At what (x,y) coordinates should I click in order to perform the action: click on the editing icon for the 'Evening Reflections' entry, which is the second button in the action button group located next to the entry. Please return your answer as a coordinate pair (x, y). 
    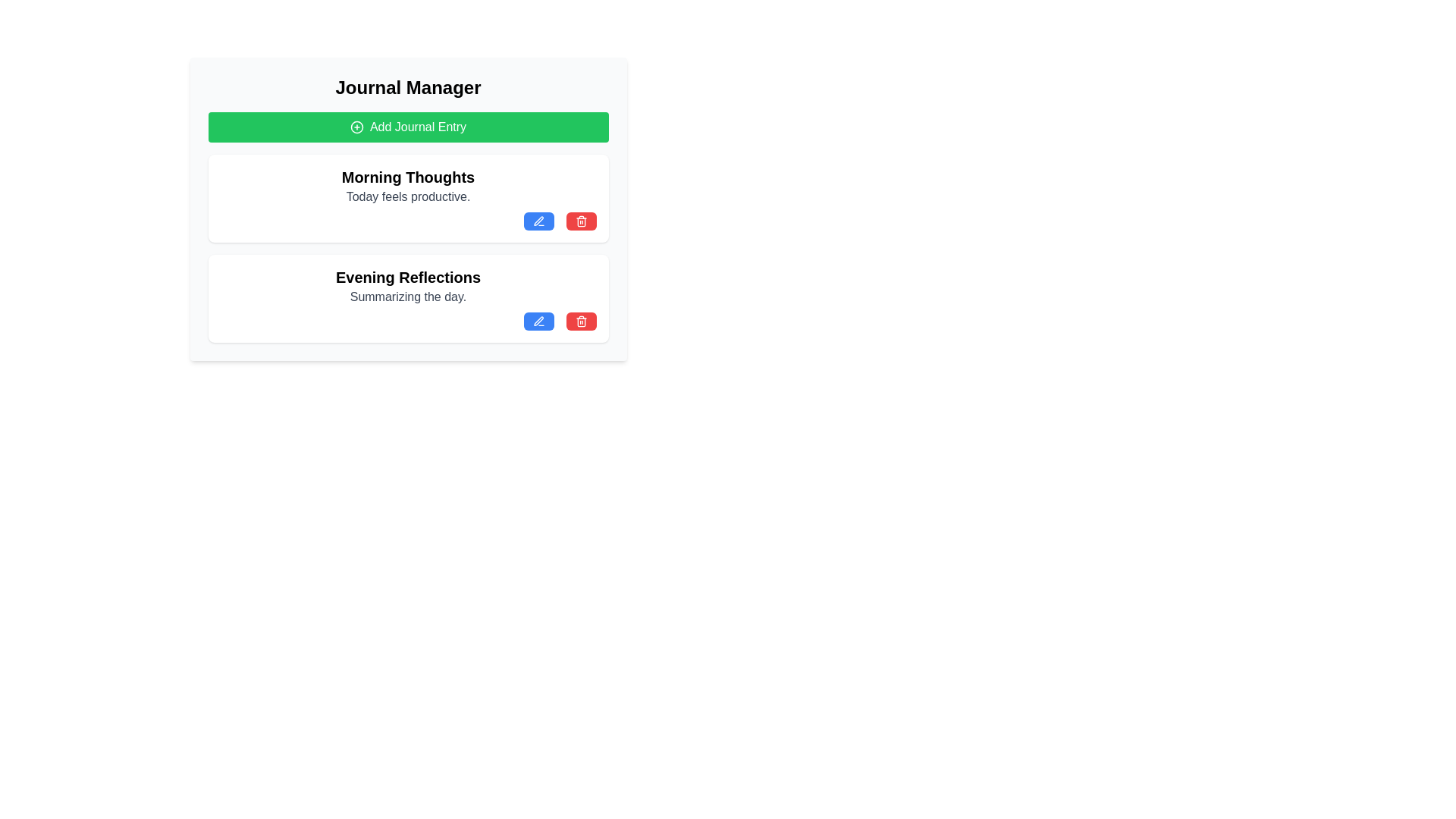
    Looking at the image, I should click on (538, 320).